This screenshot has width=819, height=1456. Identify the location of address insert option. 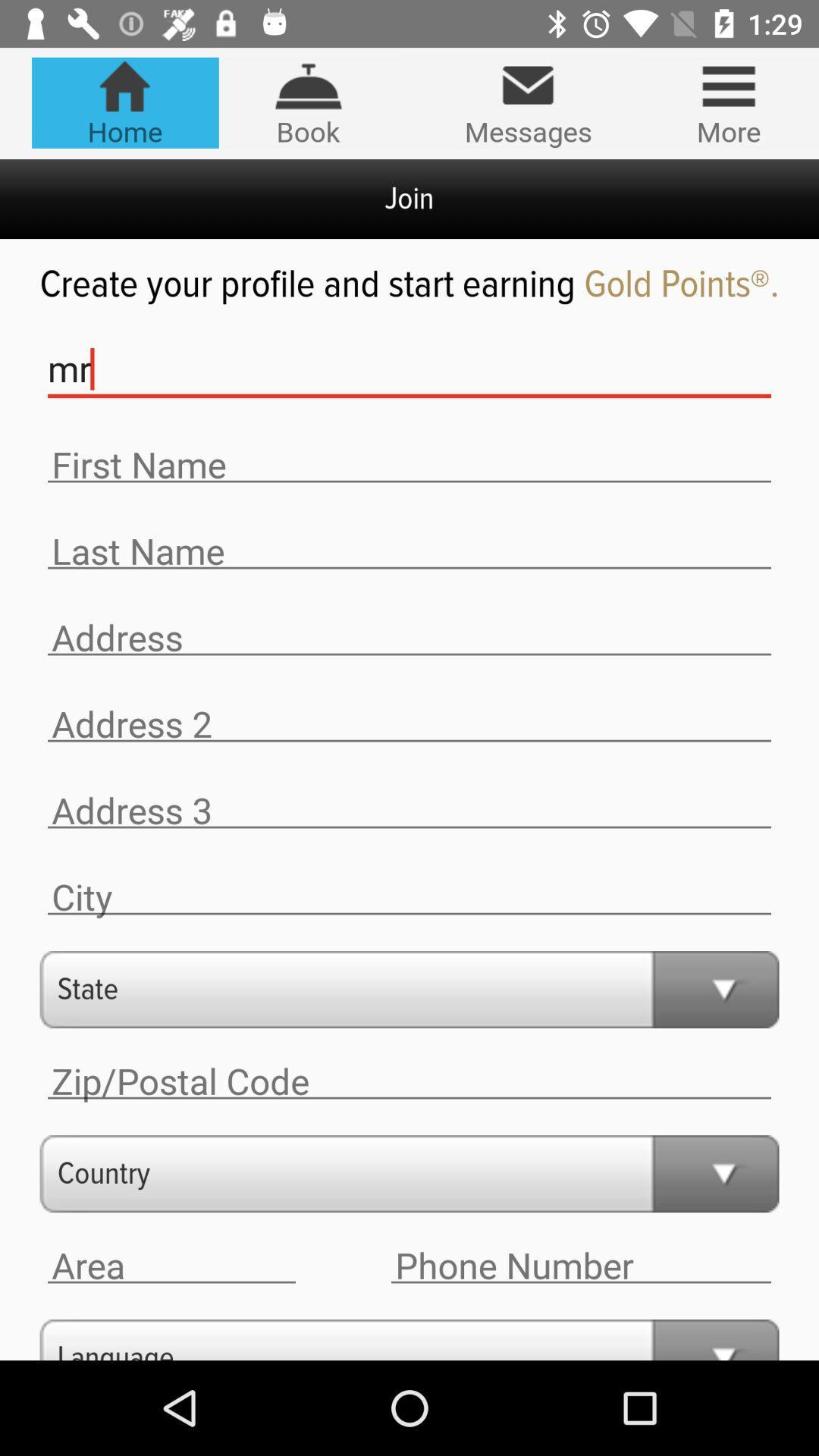
(409, 723).